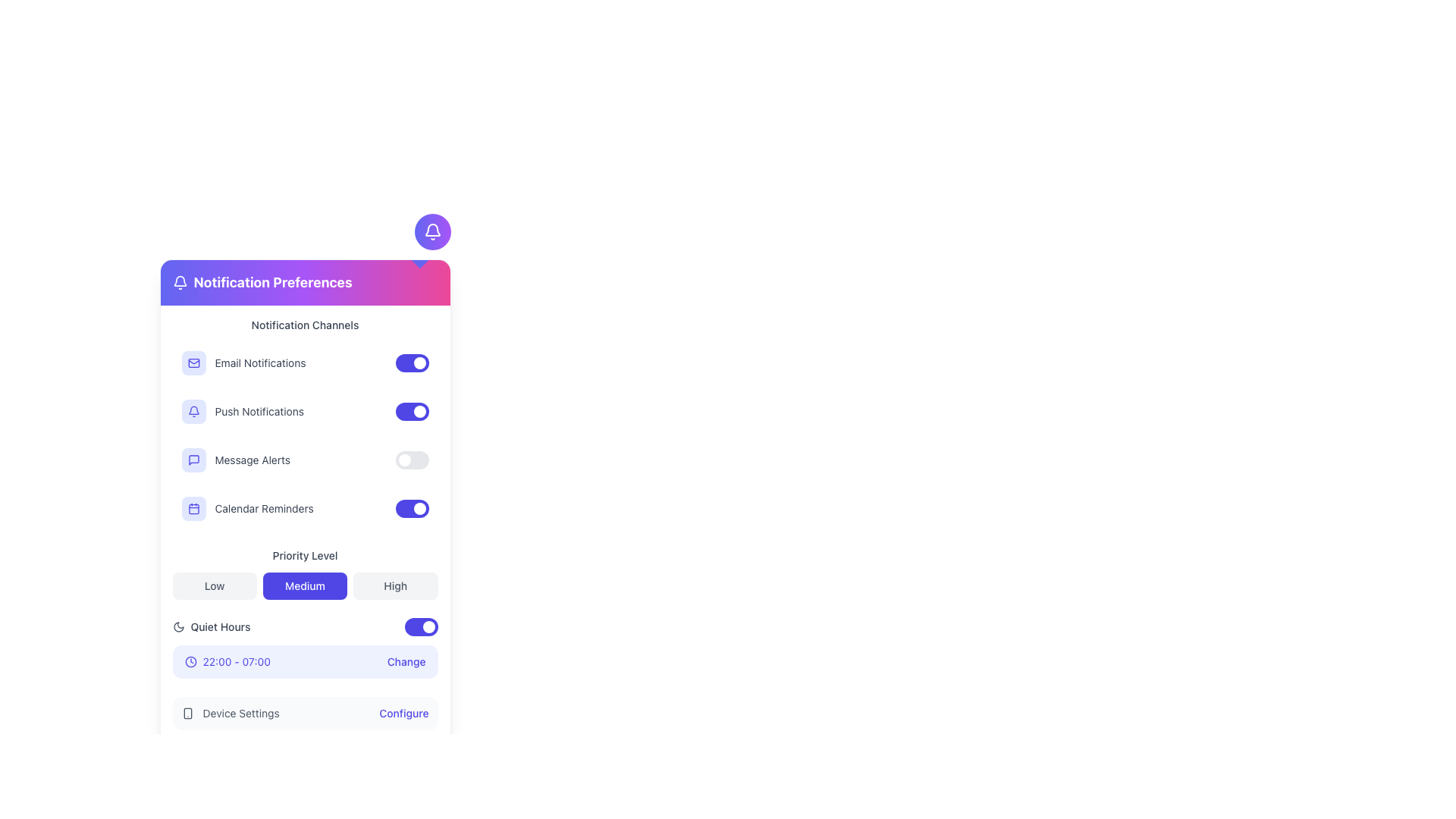 This screenshot has width=1456, height=819. What do you see at coordinates (304, 585) in the screenshot?
I see `the 'Medium' priority level button located in the group of three buttons labeled 'Low', 'Medium', and 'High' below the 'Priority Level' section` at bounding box center [304, 585].